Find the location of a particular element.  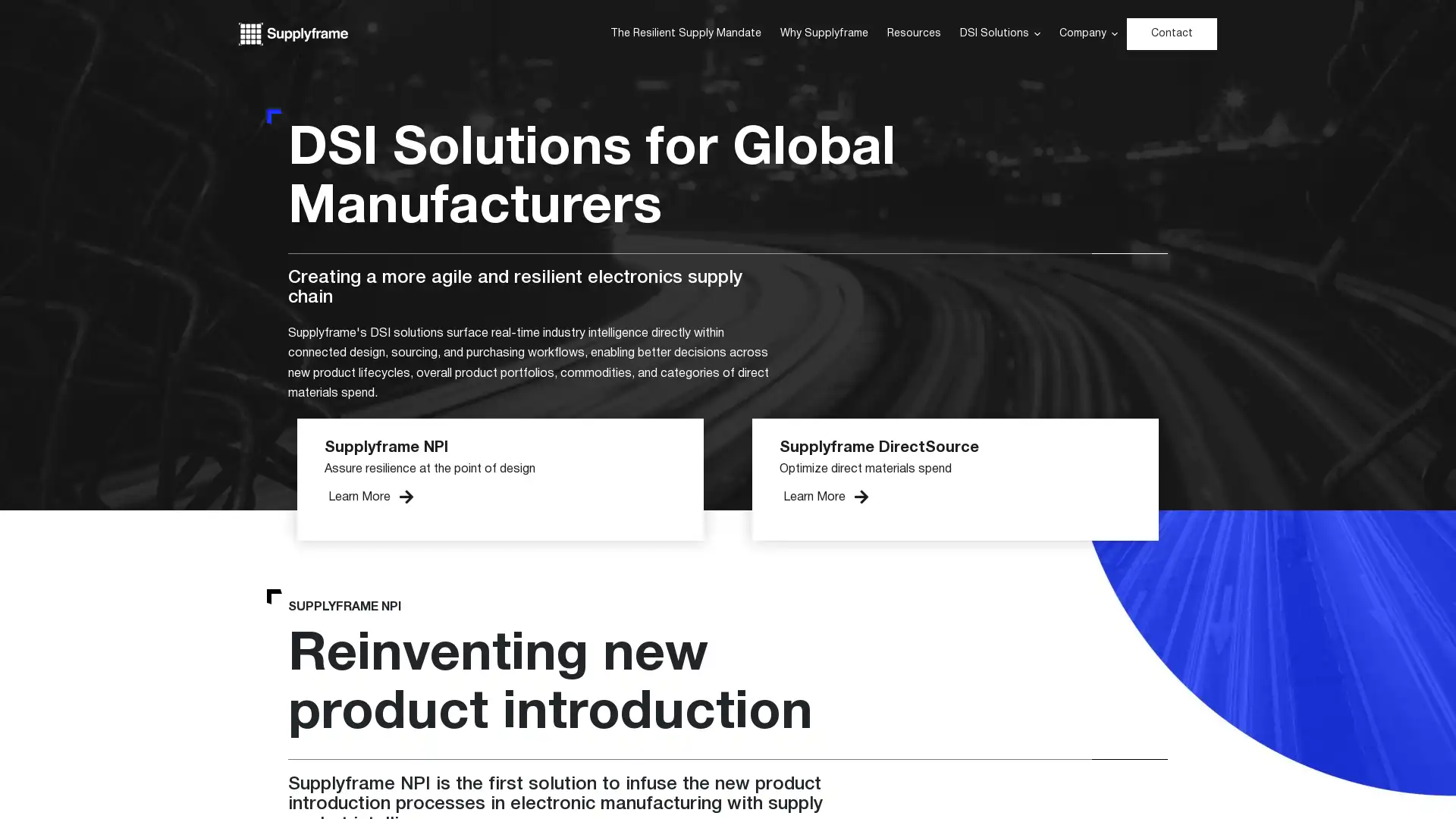

Learn More is located at coordinates (825, 497).